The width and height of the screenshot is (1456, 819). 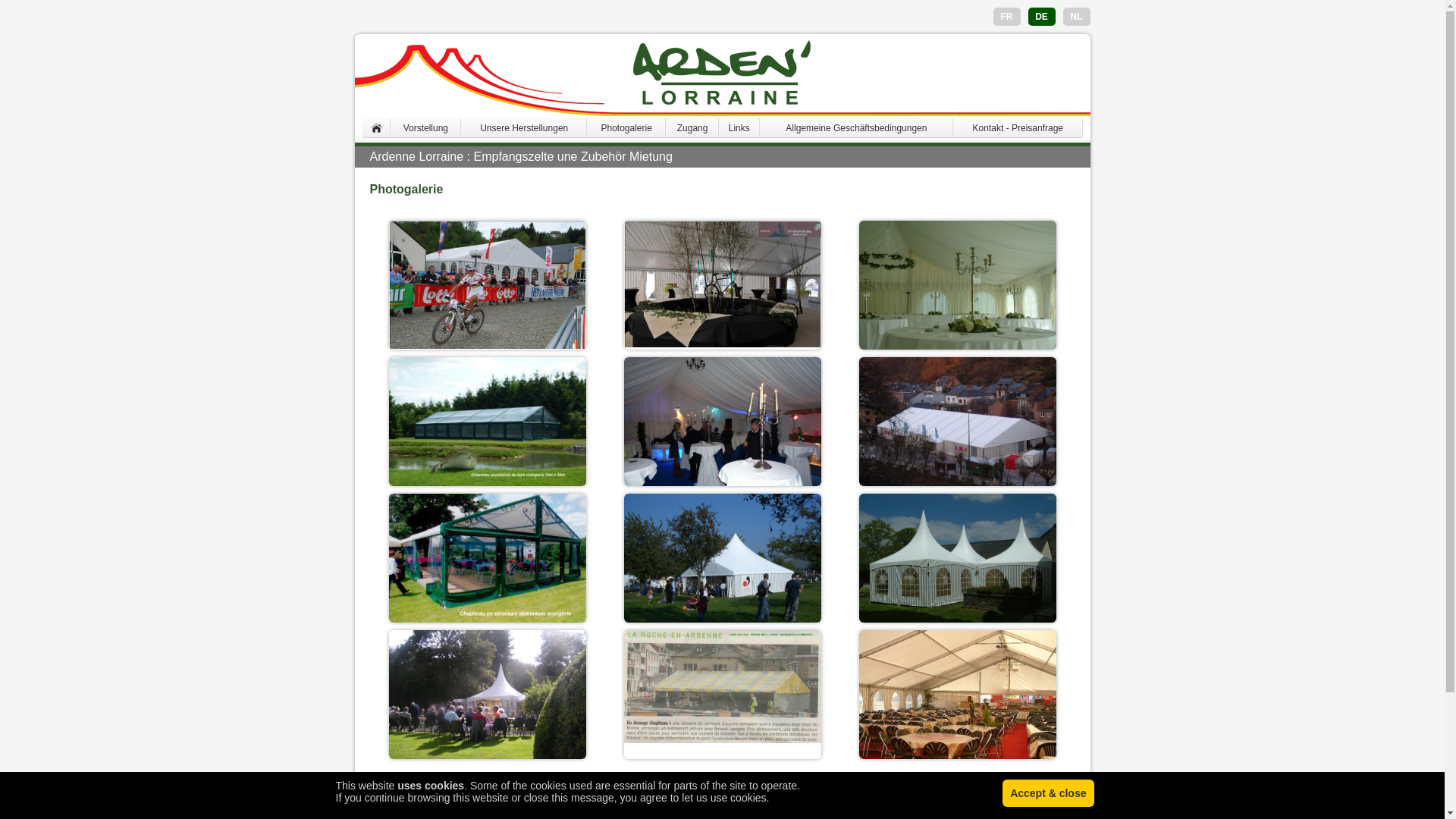 I want to click on 'uses cookies', so click(x=429, y=785).